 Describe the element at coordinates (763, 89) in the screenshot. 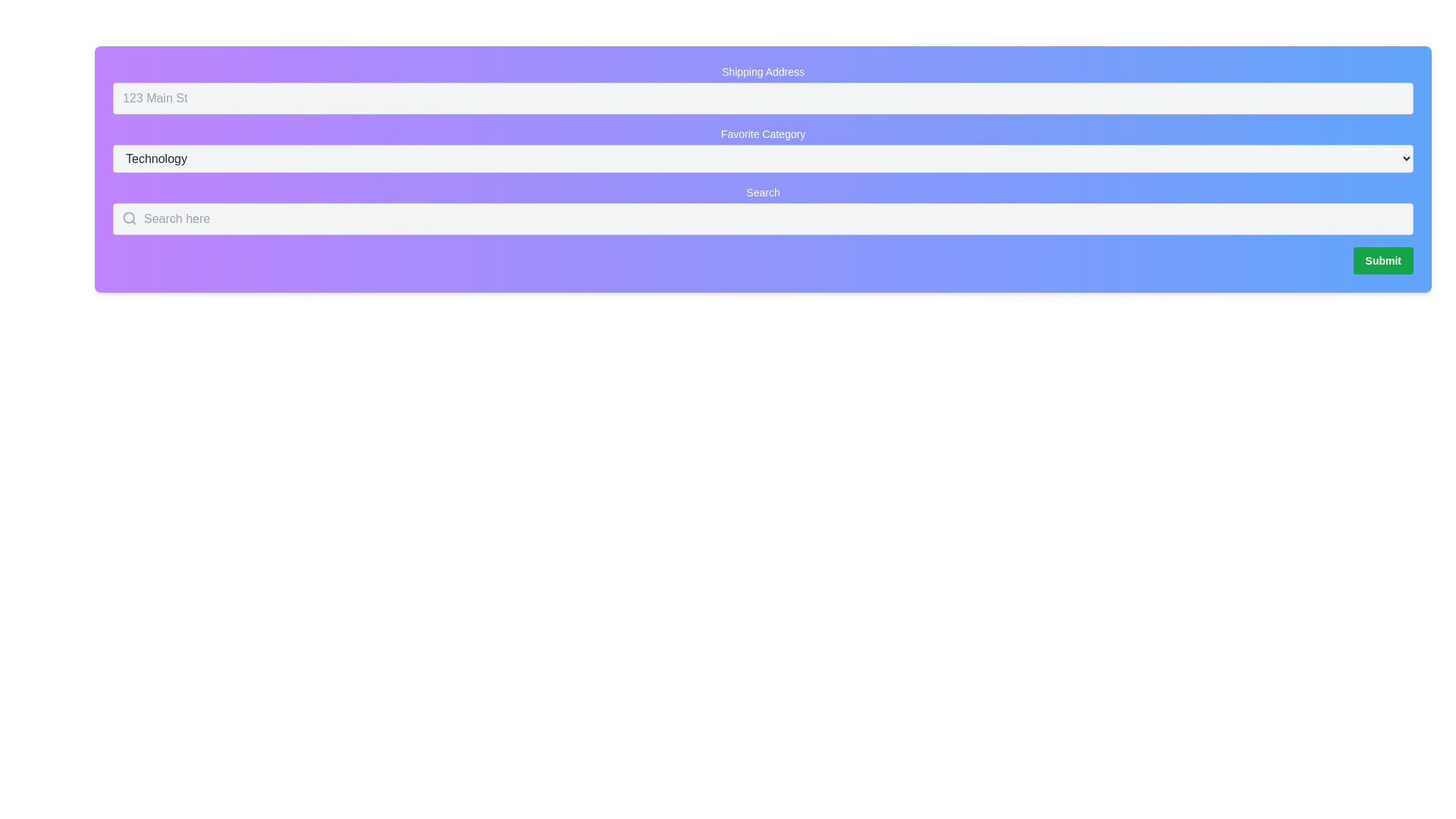

I see `on the text input box for entering the shipping address, which is located directly below the 'Shipping Address' label` at that location.